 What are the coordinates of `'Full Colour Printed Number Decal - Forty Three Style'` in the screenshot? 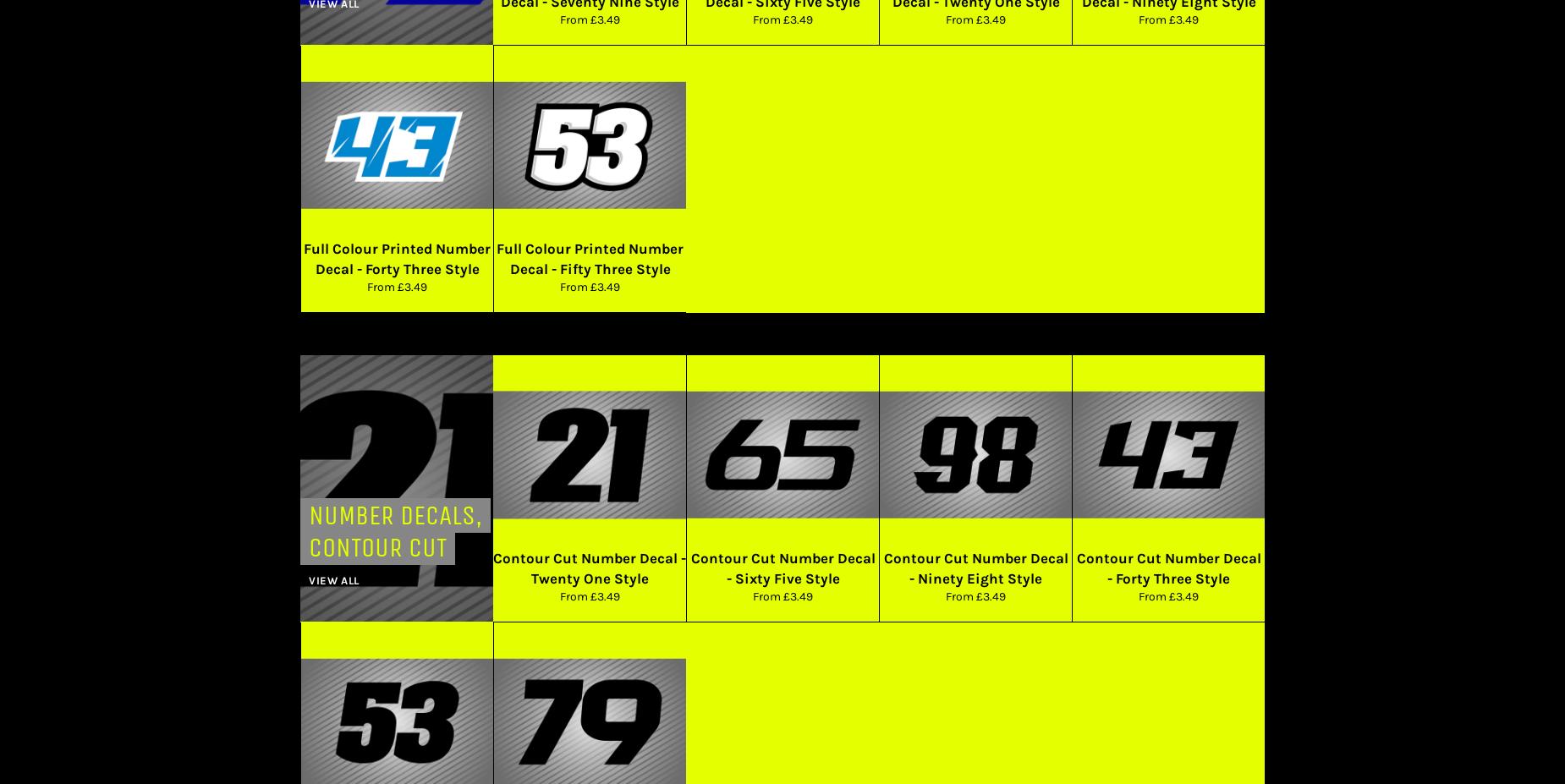 It's located at (397, 258).